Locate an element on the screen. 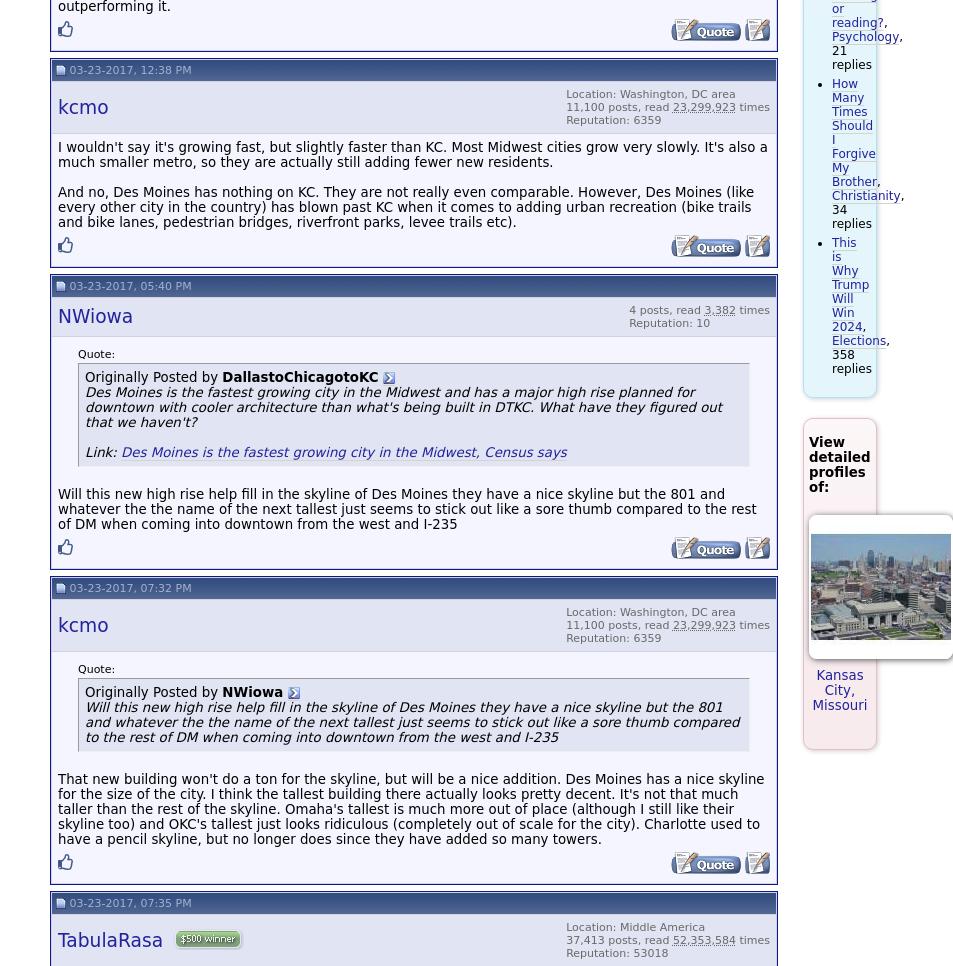  ', 34 replies' is located at coordinates (867, 208).